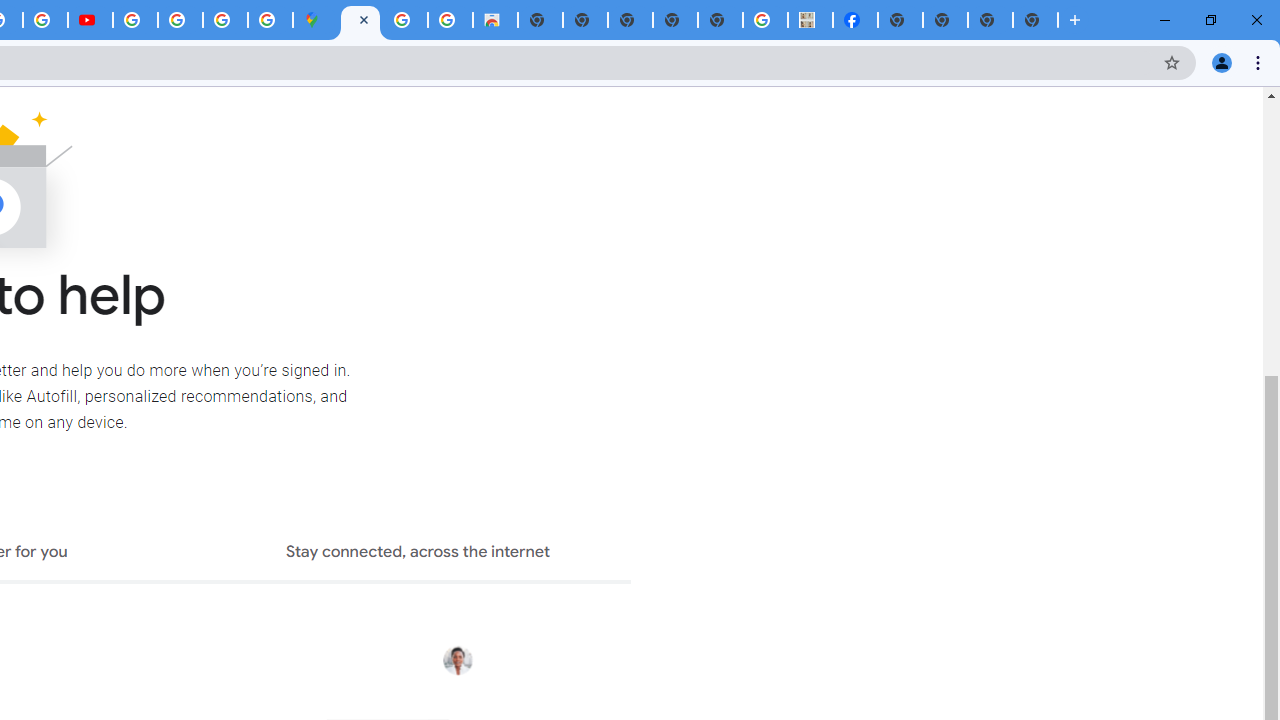 This screenshot has width=1280, height=720. Describe the element at coordinates (416, 554) in the screenshot. I see `'Stay connected, across the internet'` at that location.